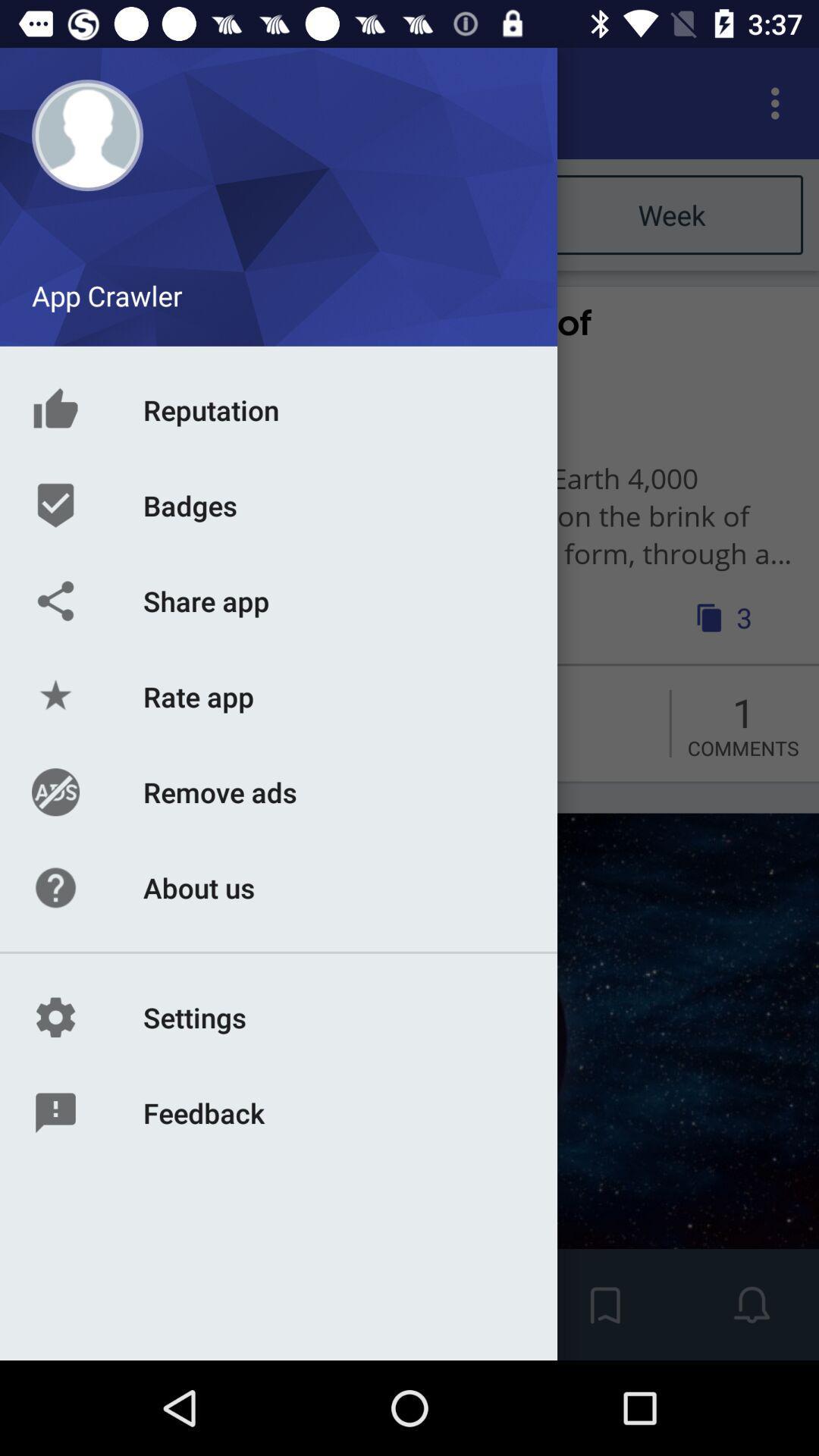 The width and height of the screenshot is (819, 1456). I want to click on the icon which is left side of the rate app, so click(51, 717).